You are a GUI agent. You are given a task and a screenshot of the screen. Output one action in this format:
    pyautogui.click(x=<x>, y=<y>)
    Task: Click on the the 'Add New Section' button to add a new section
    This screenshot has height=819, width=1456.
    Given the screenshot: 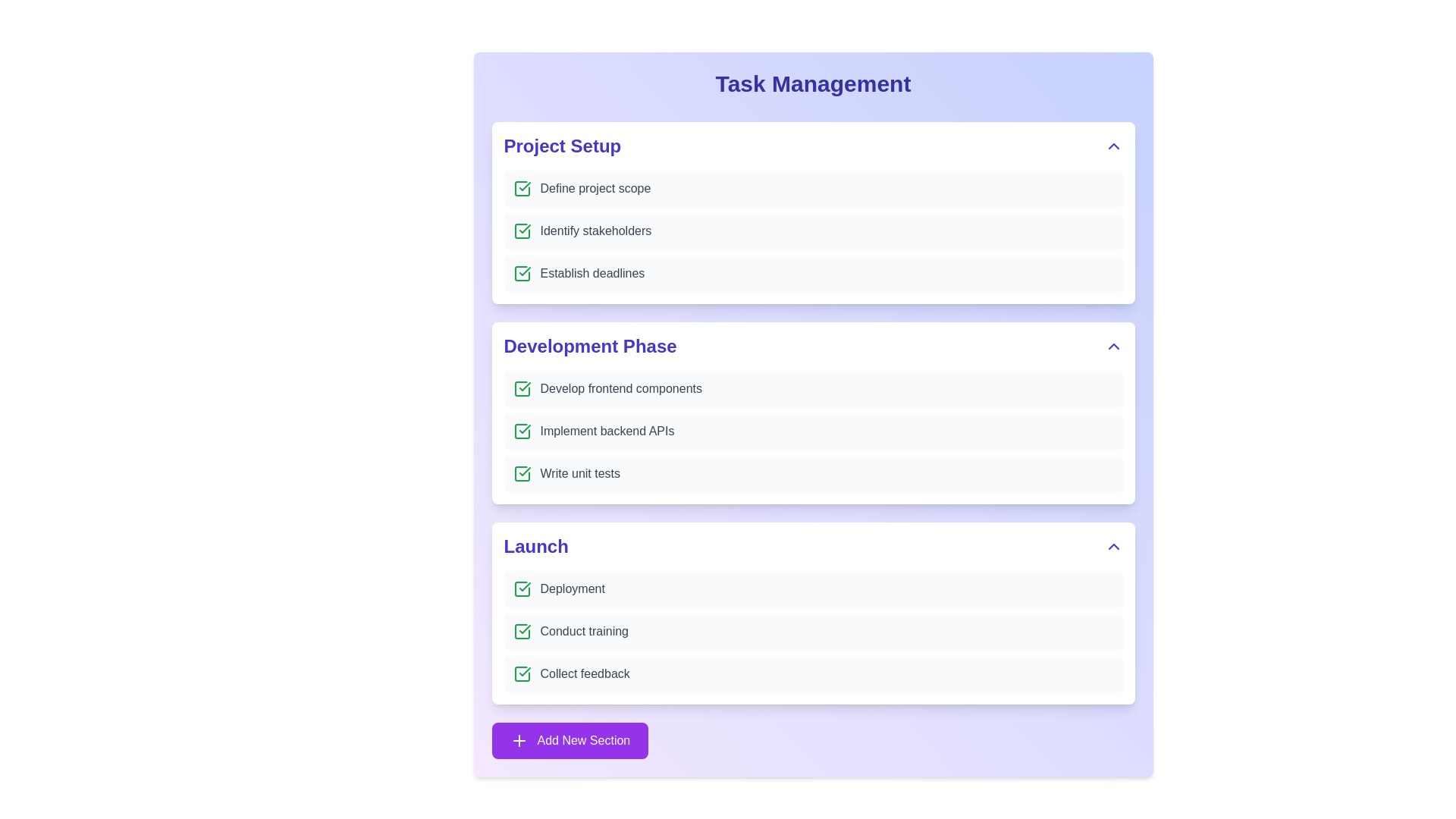 What is the action you would take?
    pyautogui.click(x=569, y=739)
    